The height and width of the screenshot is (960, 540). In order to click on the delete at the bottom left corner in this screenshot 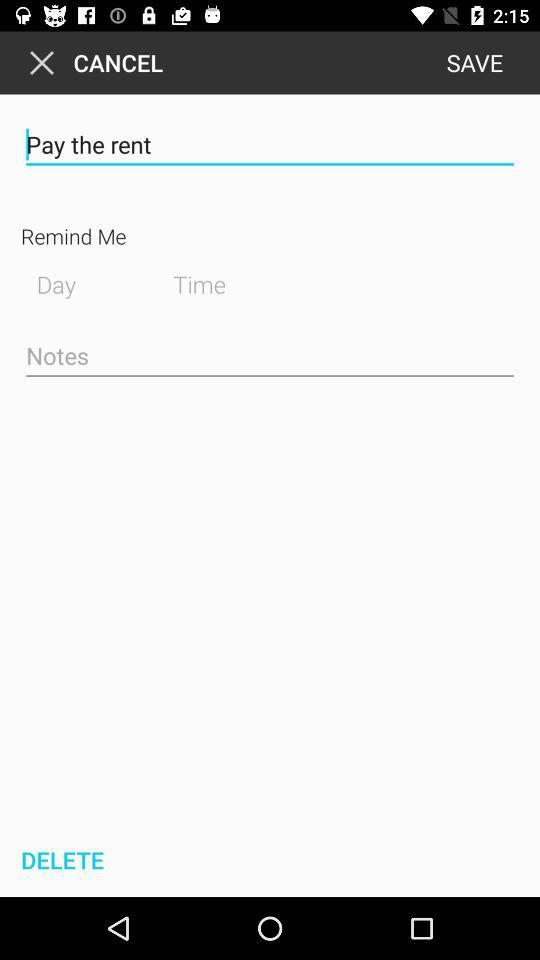, I will do `click(59, 859)`.